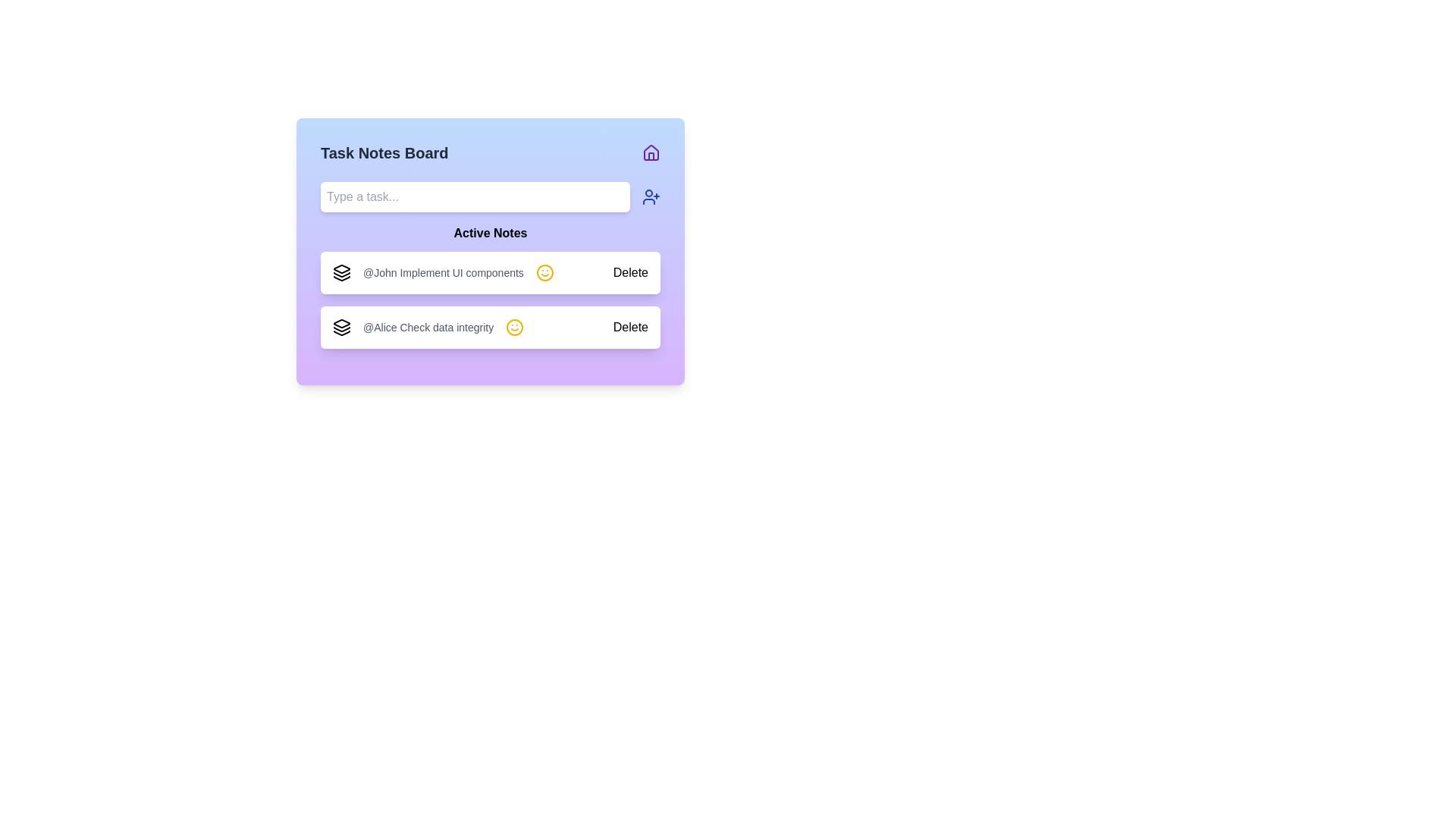  I want to click on the static text display element showing '@John Implement UI components', which is located within the first task item in the 'Active Notes' section, positioned to the left of a yellow smiley face icon and to the right of a stack-shaped icon, so click(443, 271).